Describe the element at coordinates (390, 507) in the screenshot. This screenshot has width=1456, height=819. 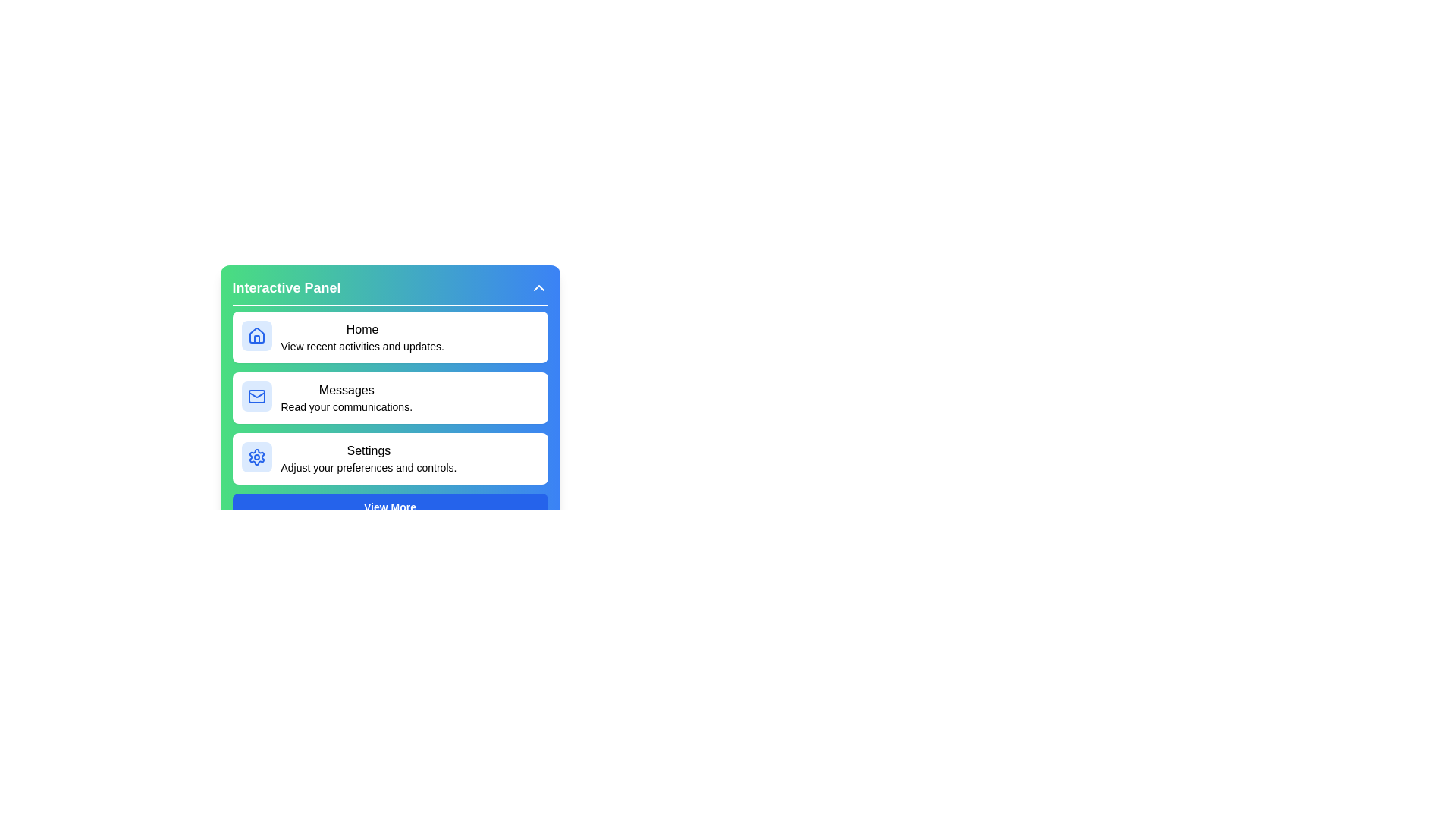
I see `the 'View More' button to load additional features or content` at that location.